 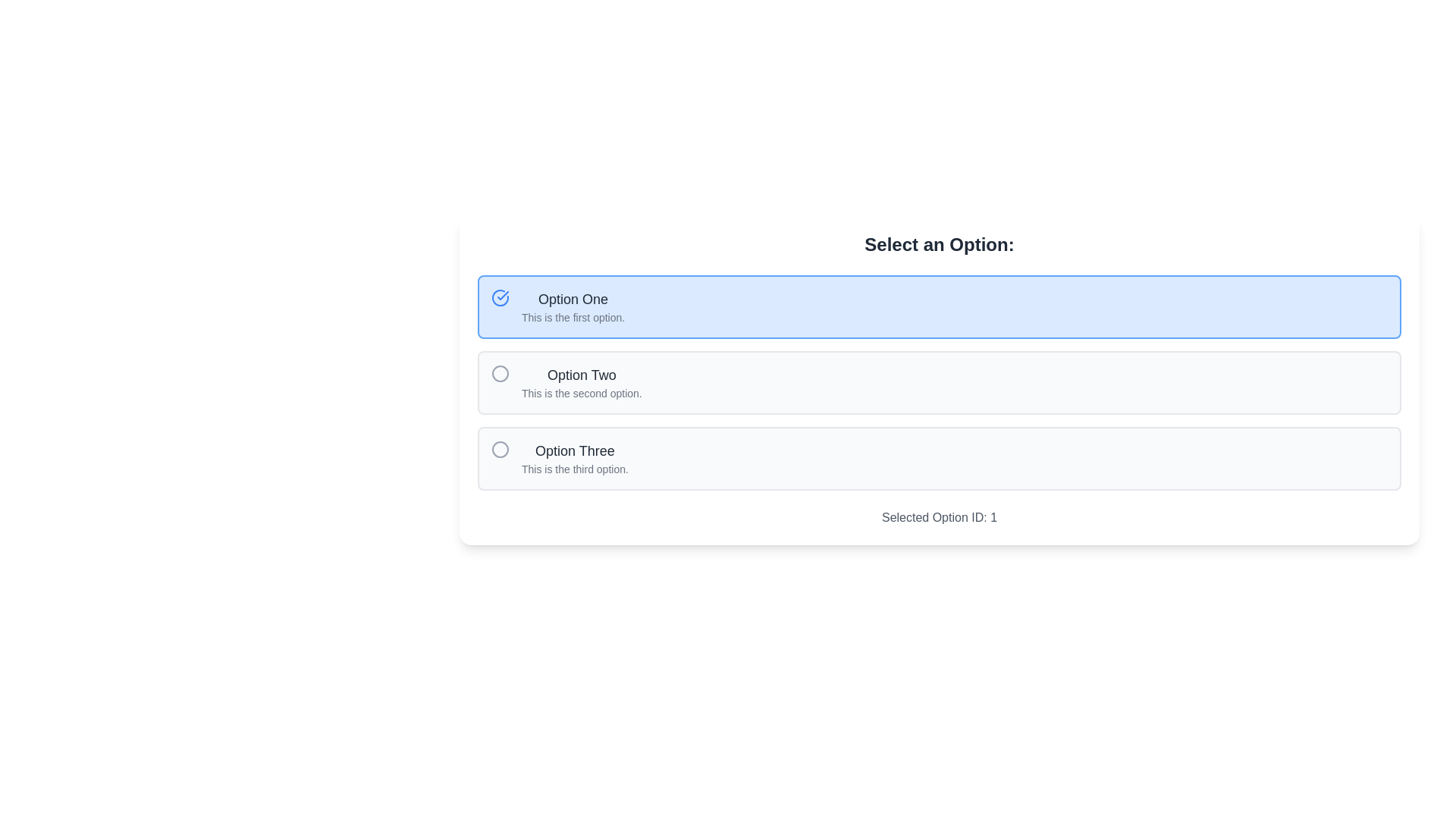 What do you see at coordinates (500, 449) in the screenshot?
I see `the radio button for 'Option Three' to receive interaction feedback` at bounding box center [500, 449].